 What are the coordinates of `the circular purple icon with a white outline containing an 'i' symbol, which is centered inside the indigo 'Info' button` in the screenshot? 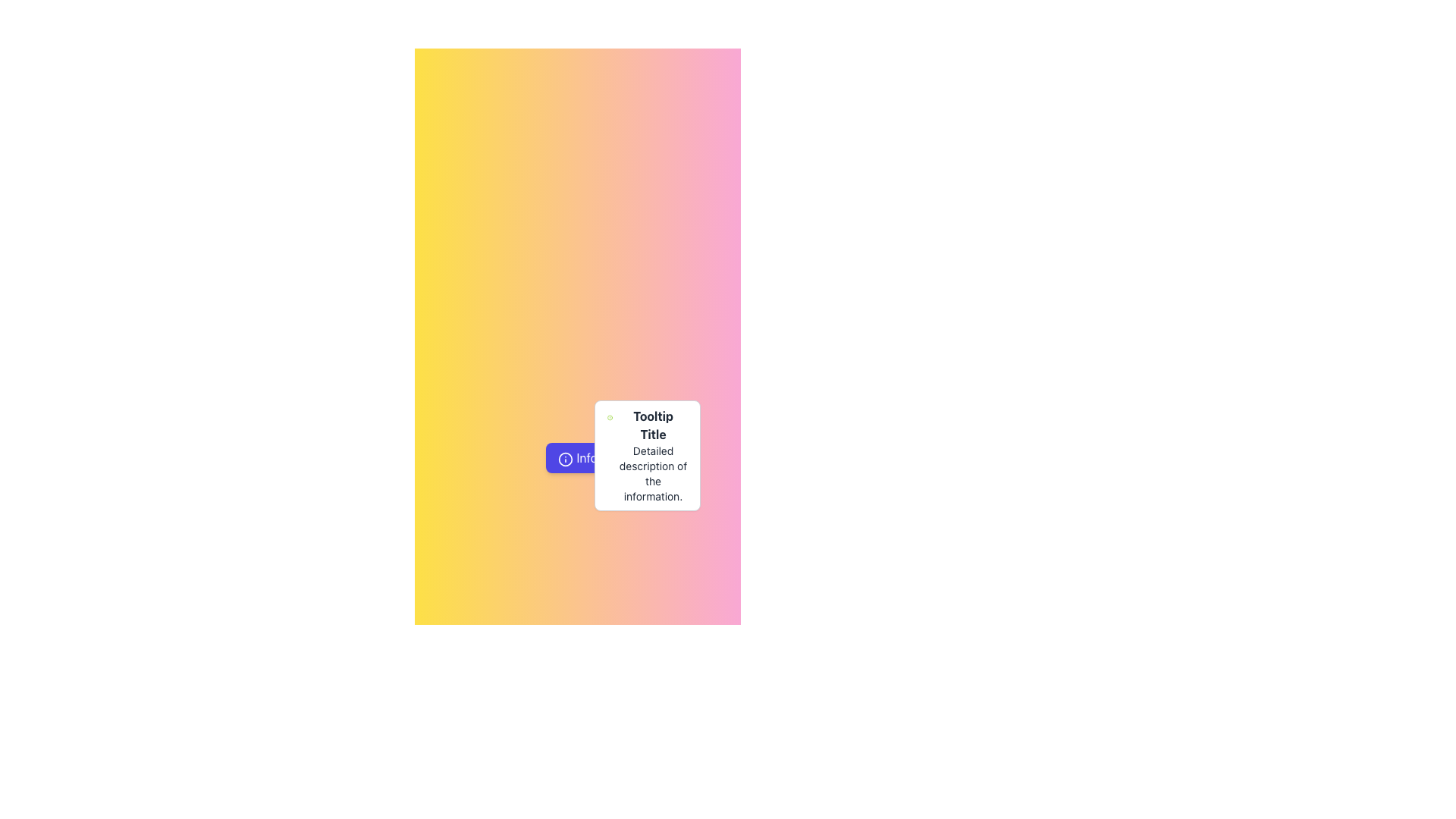 It's located at (565, 458).